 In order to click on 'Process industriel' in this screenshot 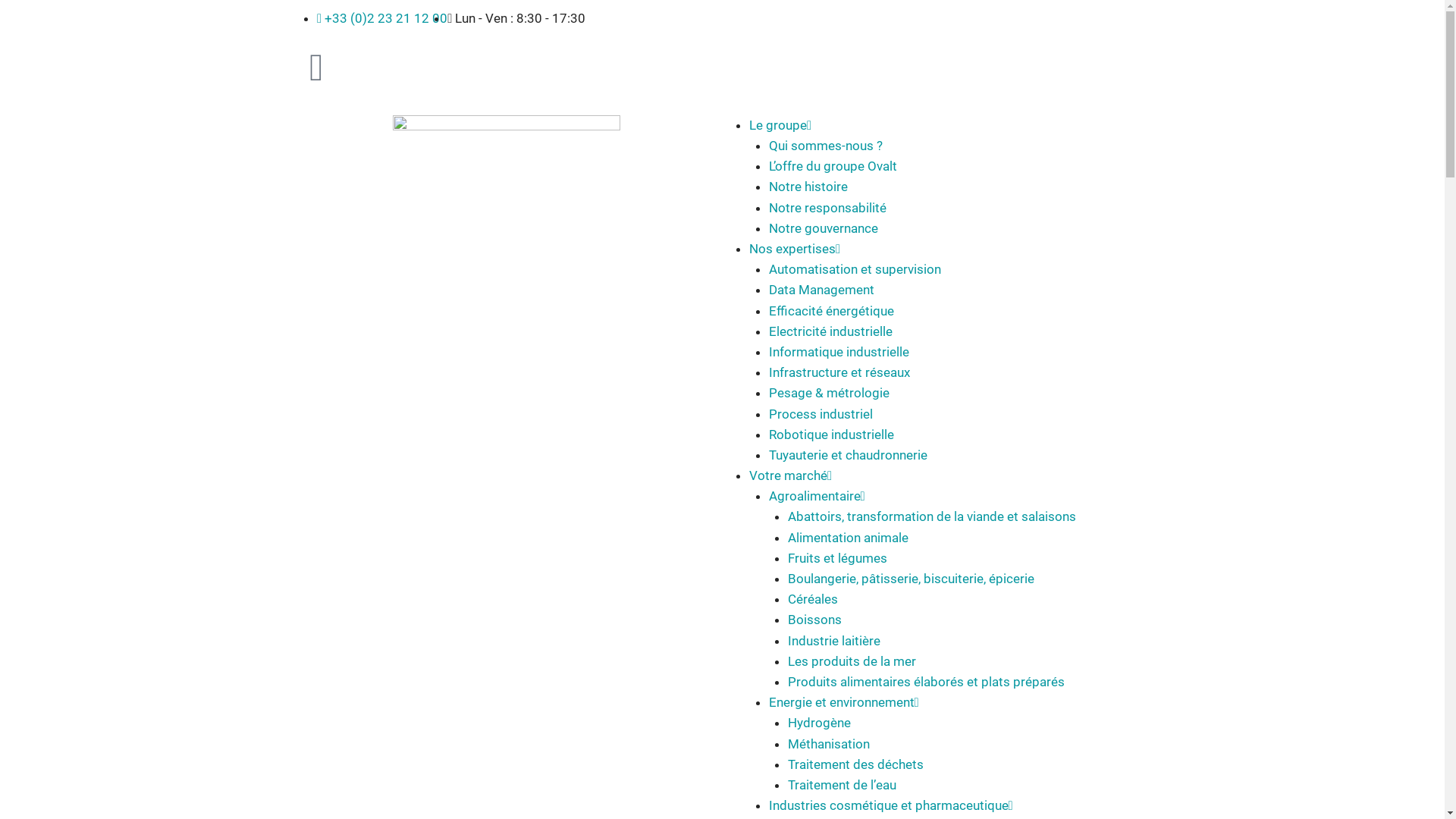, I will do `click(820, 414)`.